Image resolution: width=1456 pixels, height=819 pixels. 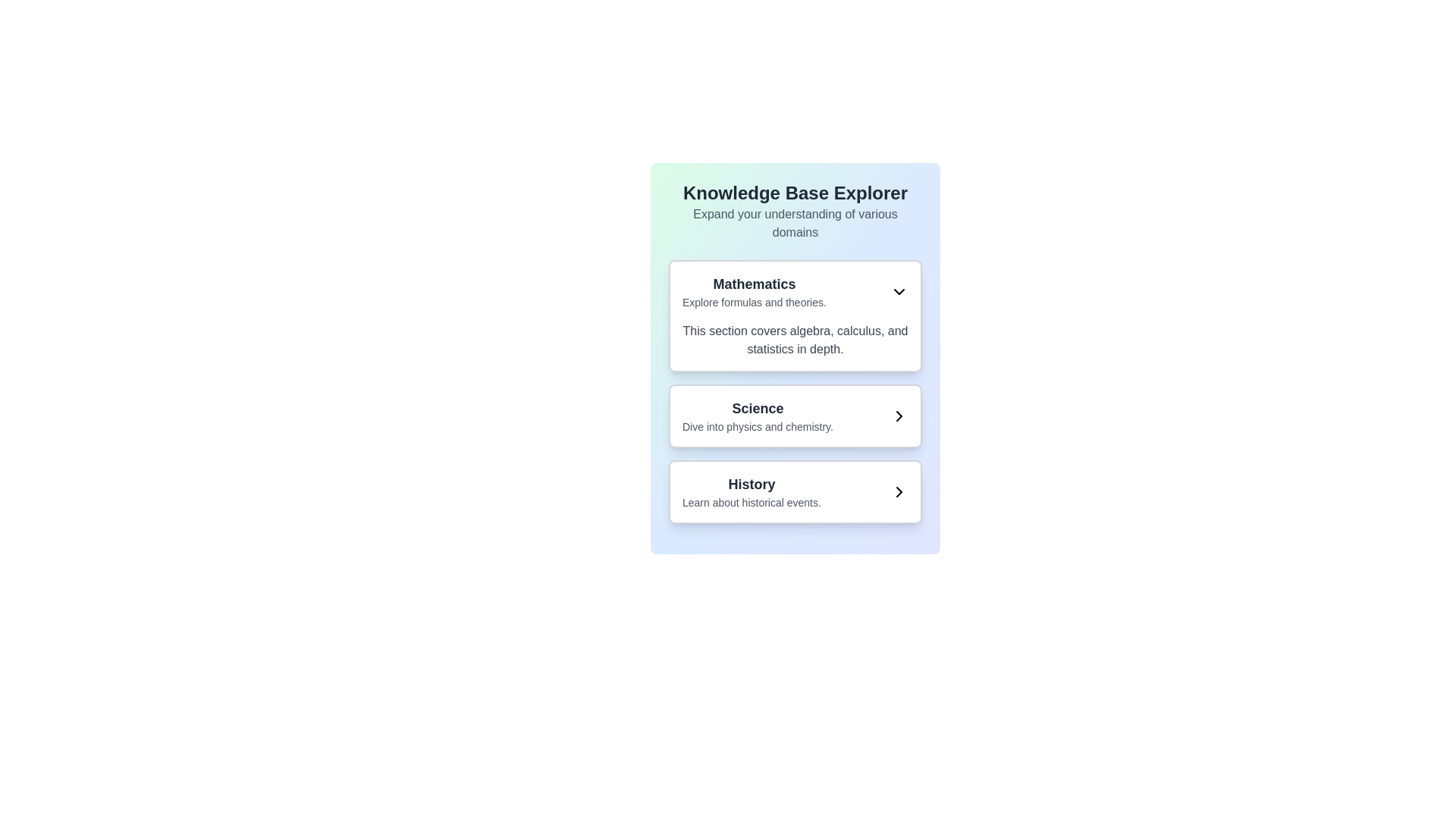 I want to click on informational text block titled 'Science' which contains the subtitle 'Dive into physics and chemistry', positioned centrally within the 'Knowledge Base Explorer' card, so click(x=758, y=416).